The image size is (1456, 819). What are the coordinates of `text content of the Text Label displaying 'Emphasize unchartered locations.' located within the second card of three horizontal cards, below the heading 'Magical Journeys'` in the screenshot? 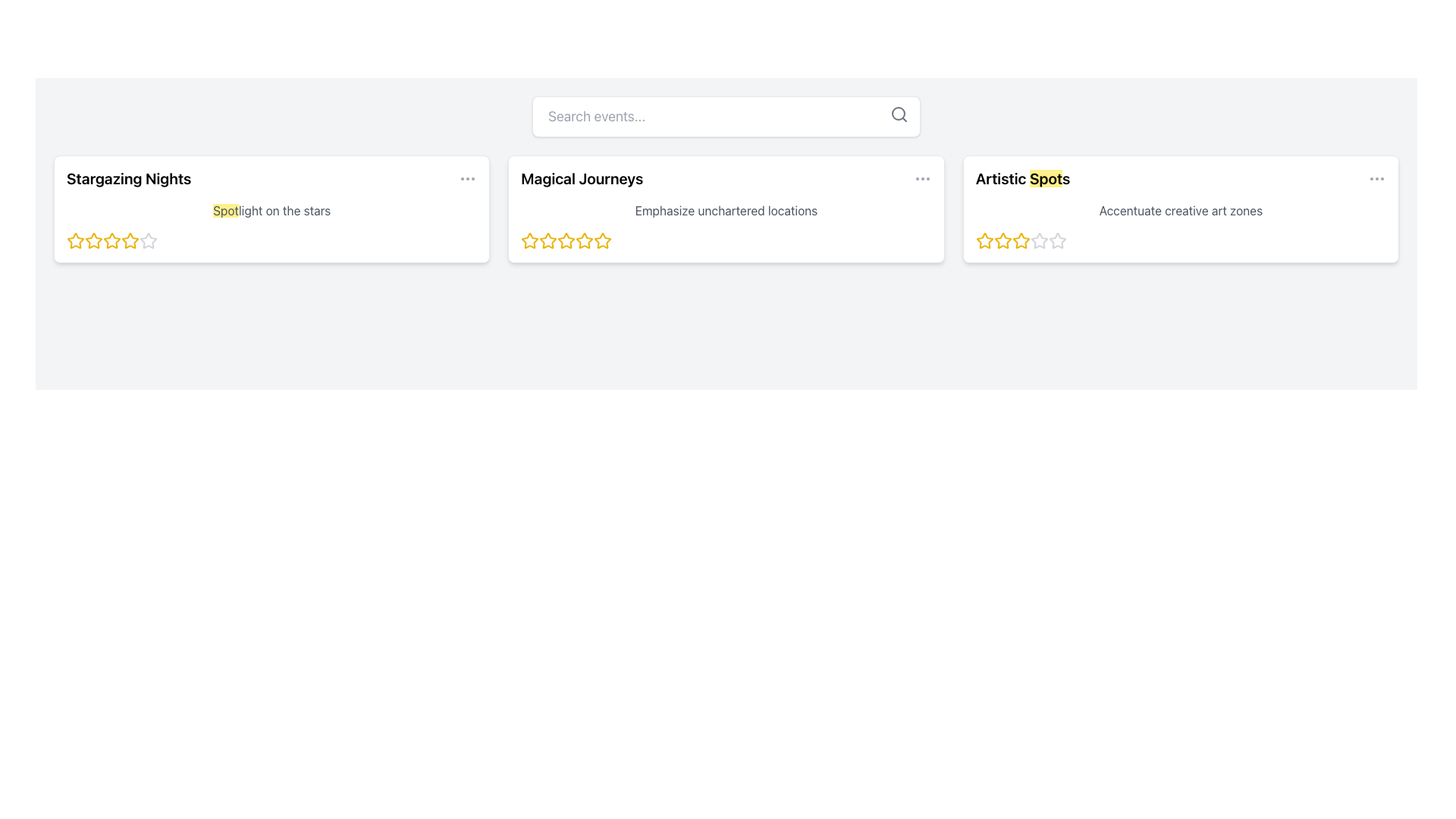 It's located at (726, 210).